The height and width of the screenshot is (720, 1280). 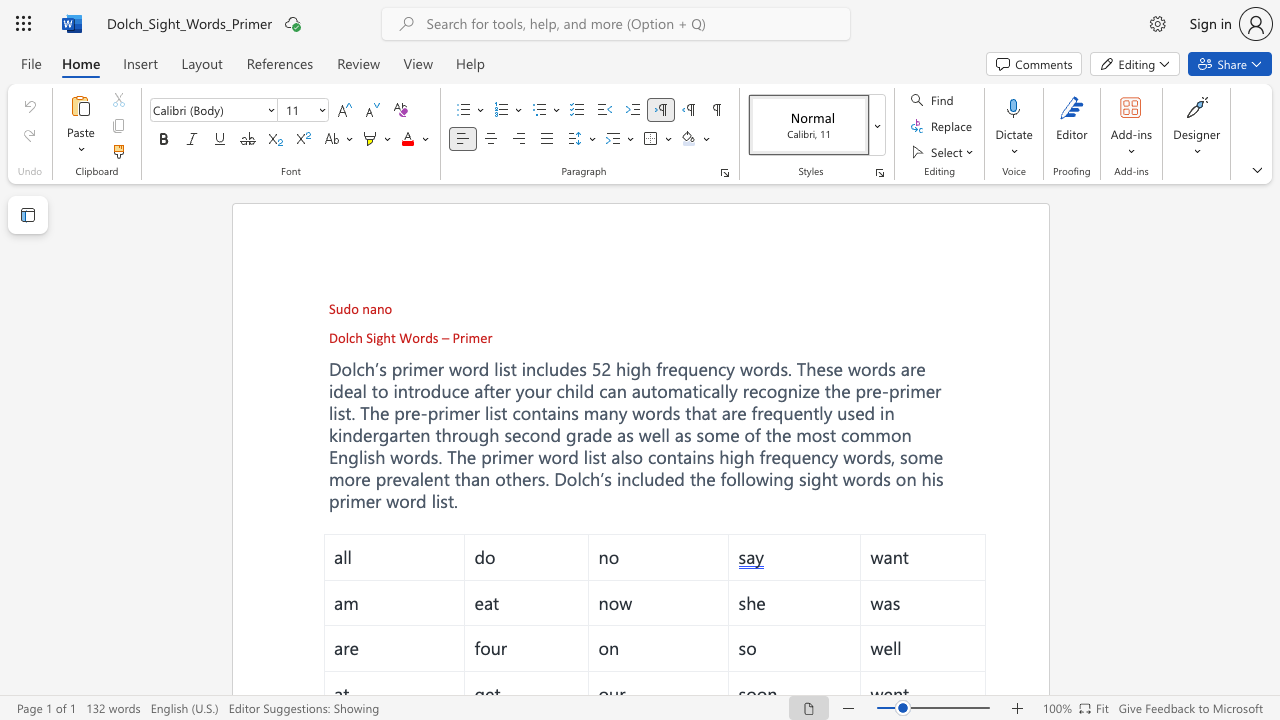 I want to click on the subset text "any words th" within the text "many words that are", so click(x=598, y=411).